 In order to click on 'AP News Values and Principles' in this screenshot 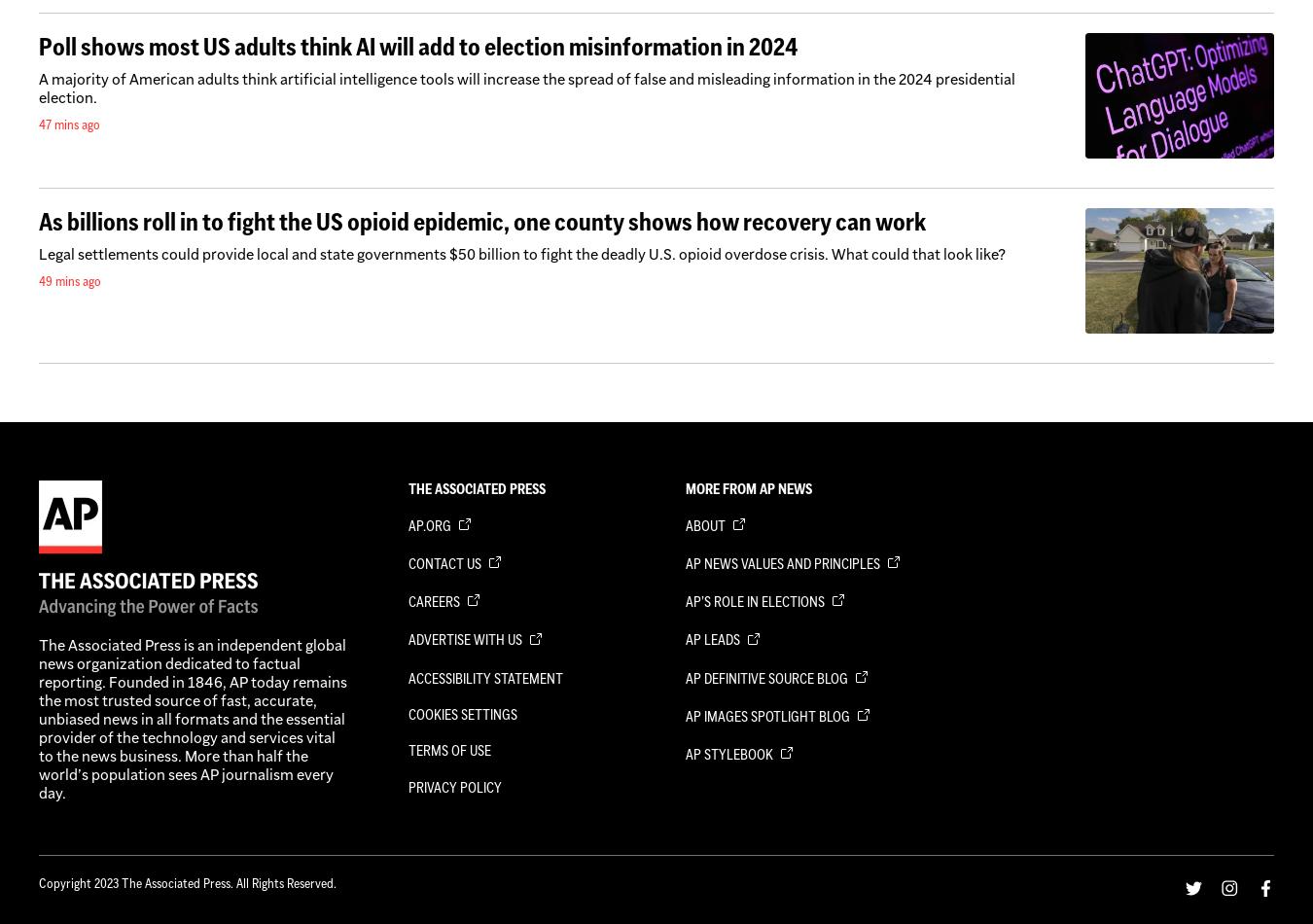, I will do `click(784, 563)`.